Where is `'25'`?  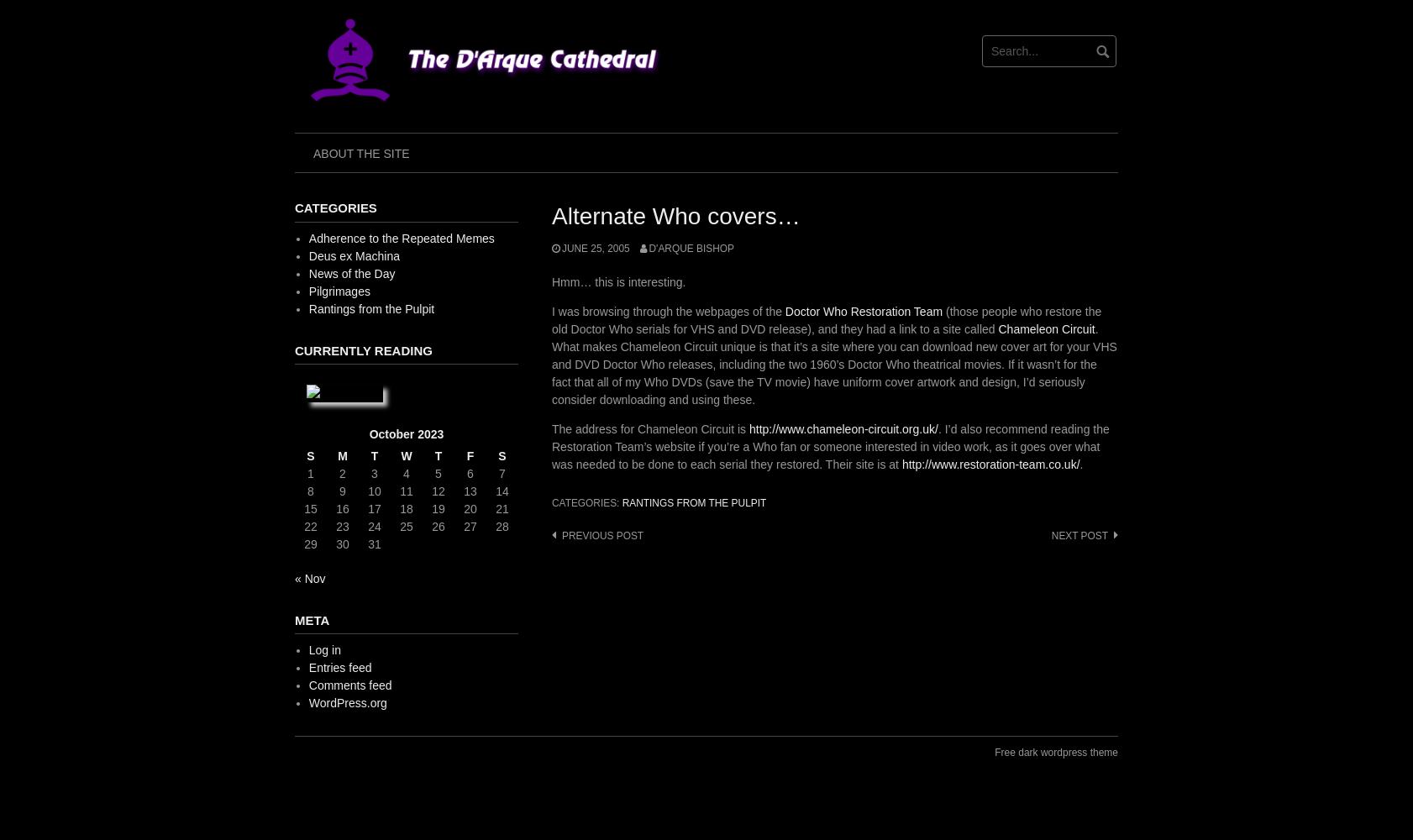
'25' is located at coordinates (406, 526).